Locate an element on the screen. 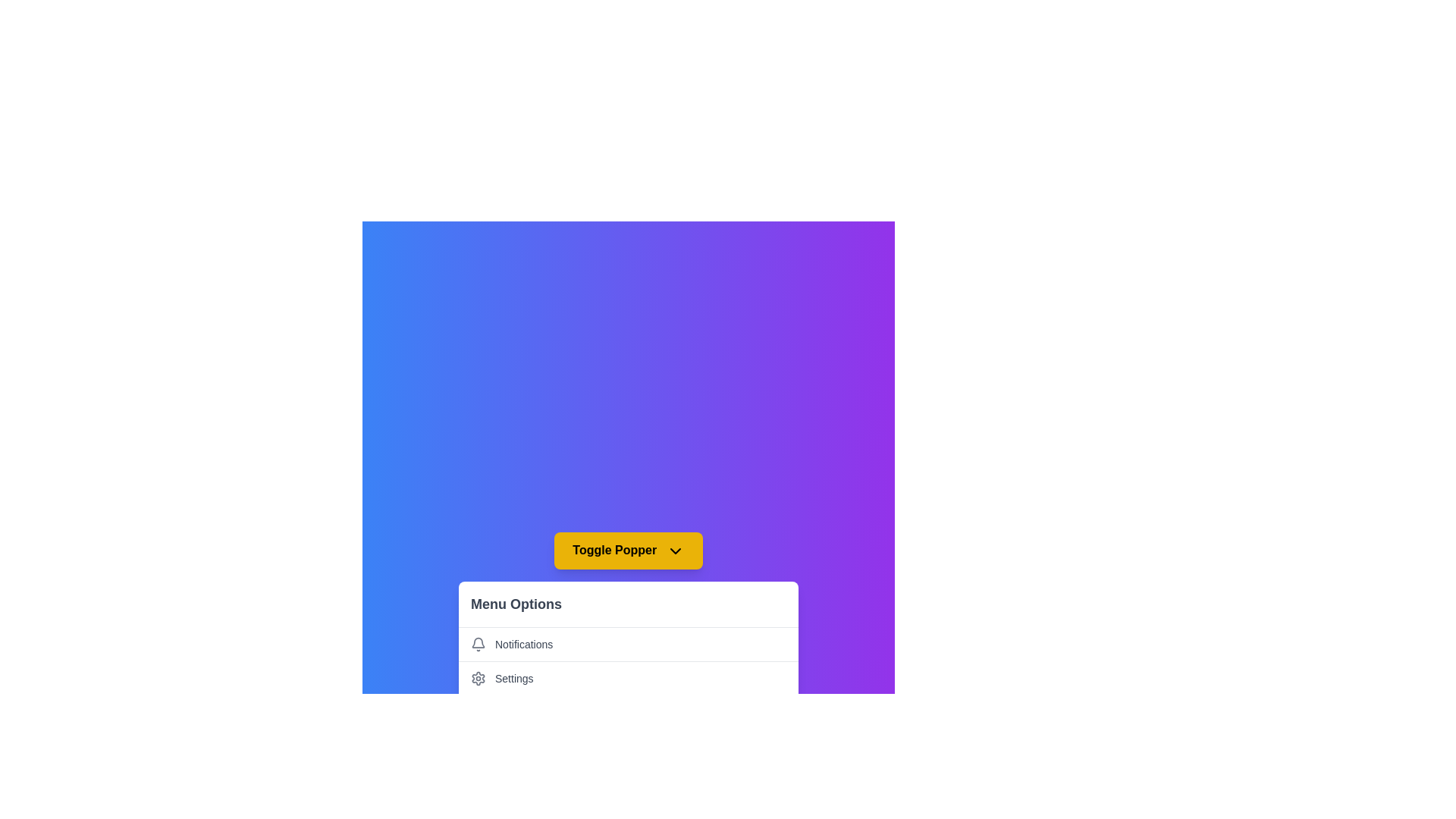 This screenshot has width=1456, height=819. the 'Settings' button located in the second row of the dropdown menu labeled 'Menu Options' is located at coordinates (629, 677).